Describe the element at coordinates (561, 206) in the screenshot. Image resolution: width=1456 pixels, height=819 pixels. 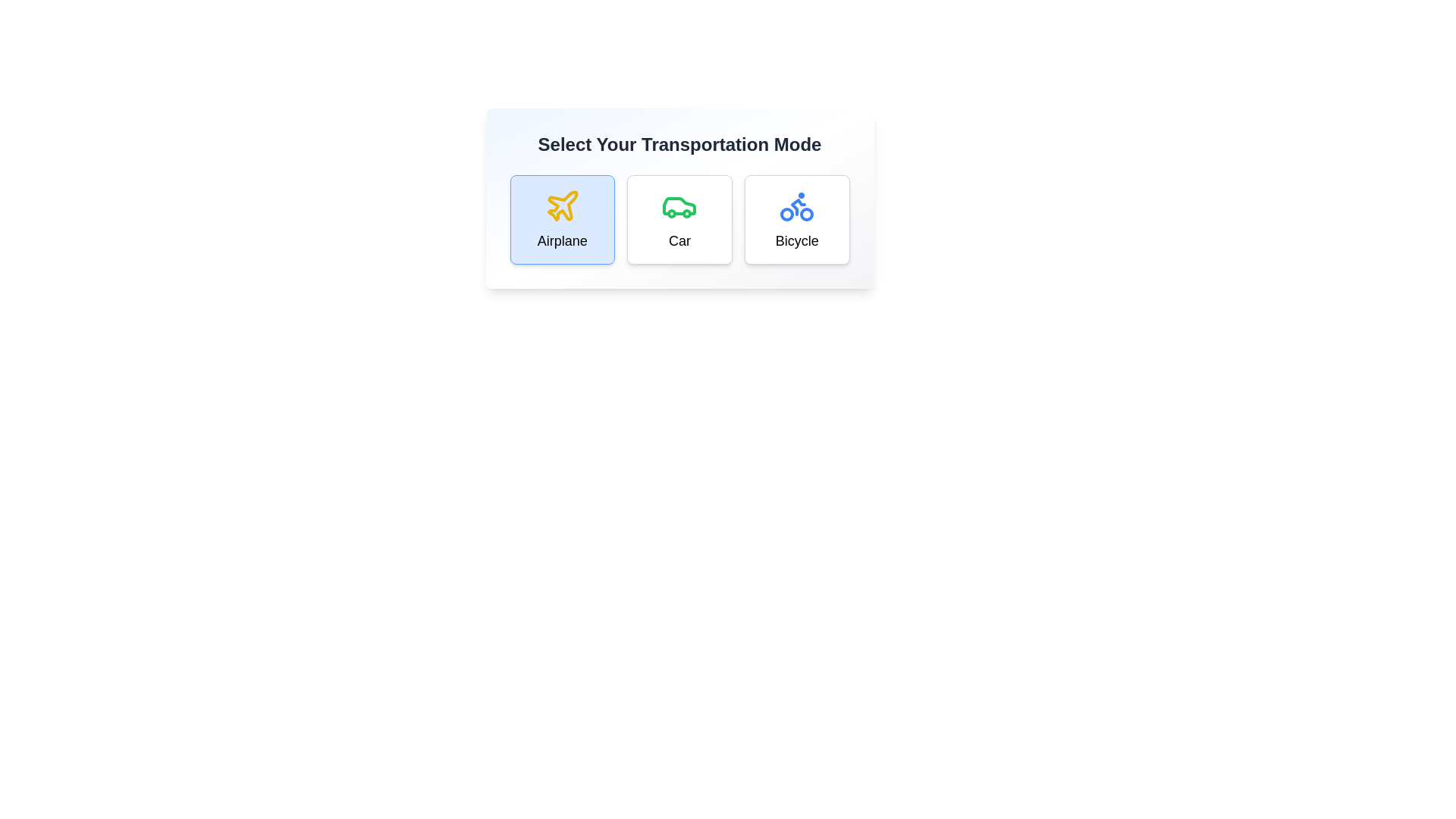
I see `the airplane transportation mode icon, which is the first among three horizontally aligned icons in the panel` at that location.